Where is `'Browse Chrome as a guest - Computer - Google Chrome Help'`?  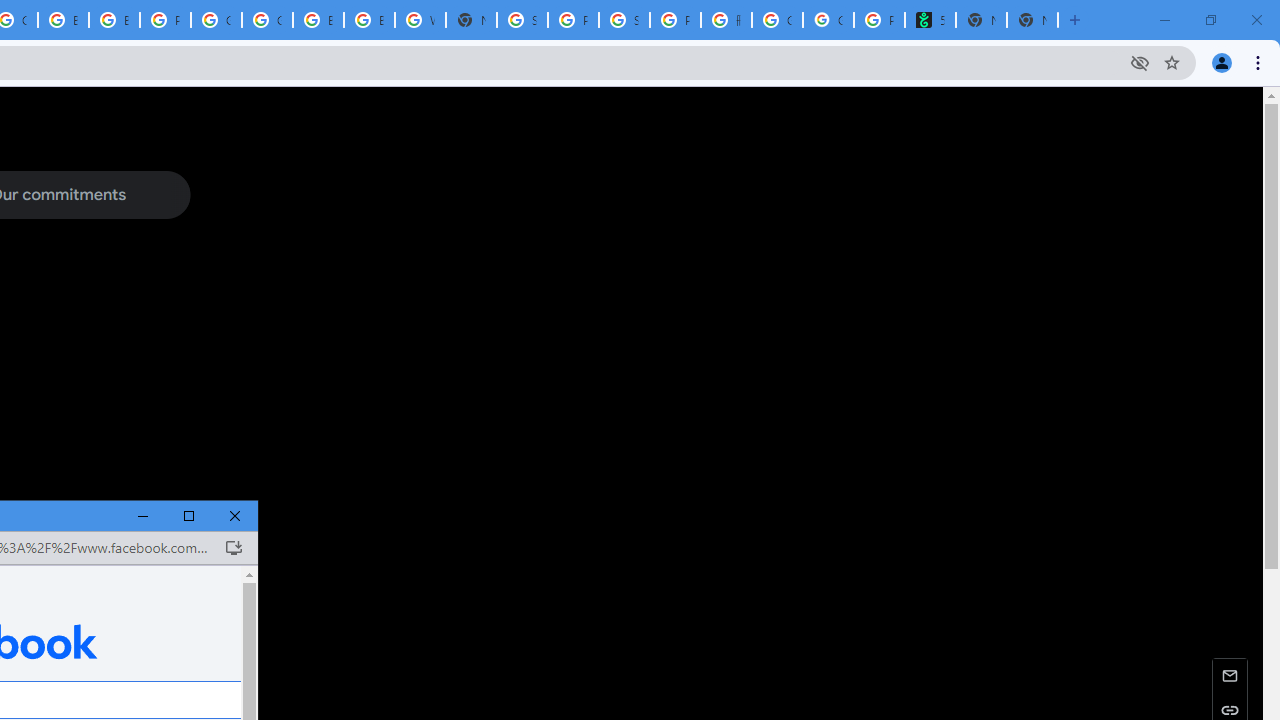
'Browse Chrome as a guest - Computer - Google Chrome Help' is located at coordinates (317, 20).